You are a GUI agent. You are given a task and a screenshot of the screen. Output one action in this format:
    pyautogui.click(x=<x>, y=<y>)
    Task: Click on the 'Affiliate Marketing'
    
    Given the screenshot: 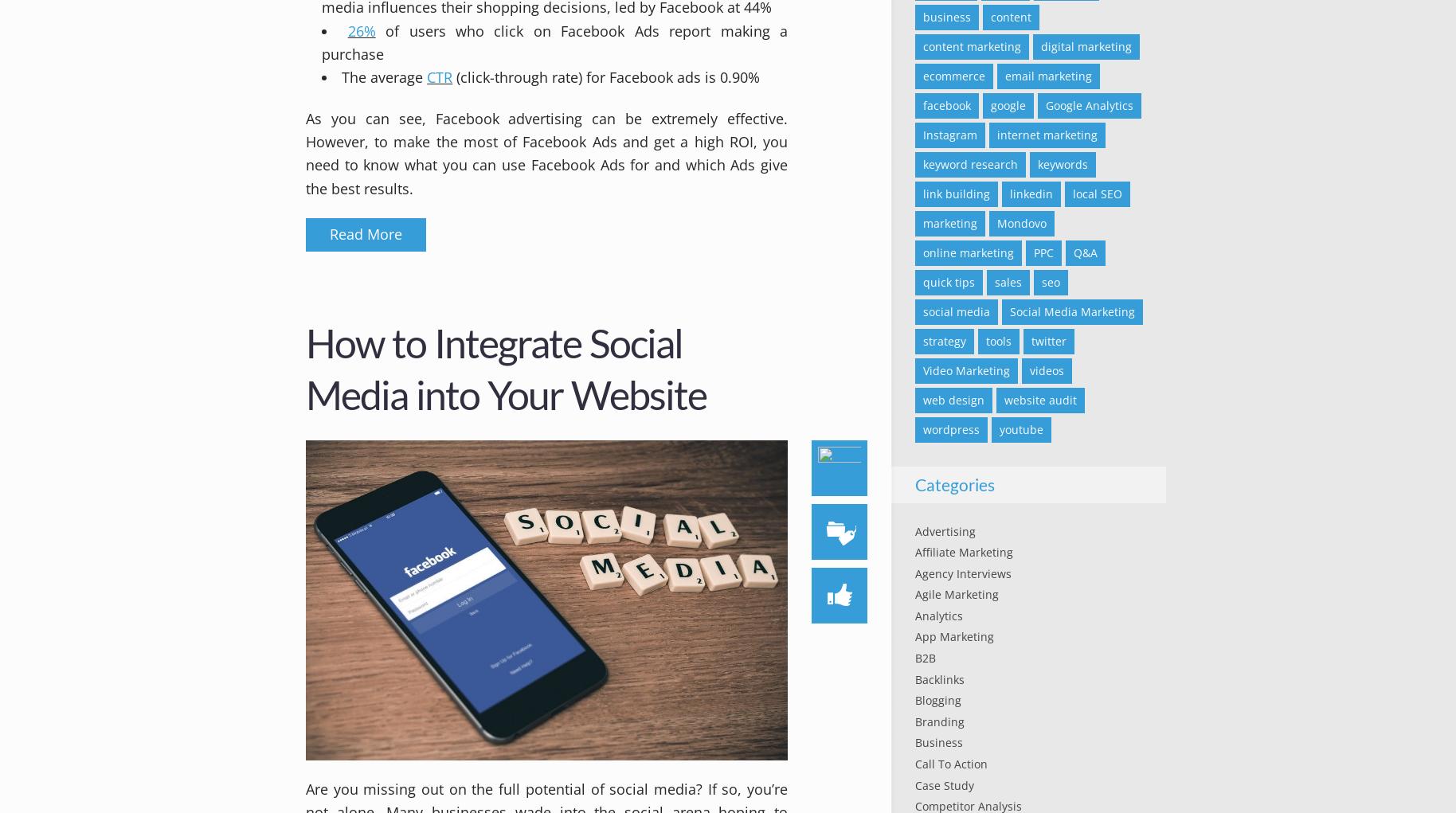 What is the action you would take?
    pyautogui.click(x=963, y=552)
    